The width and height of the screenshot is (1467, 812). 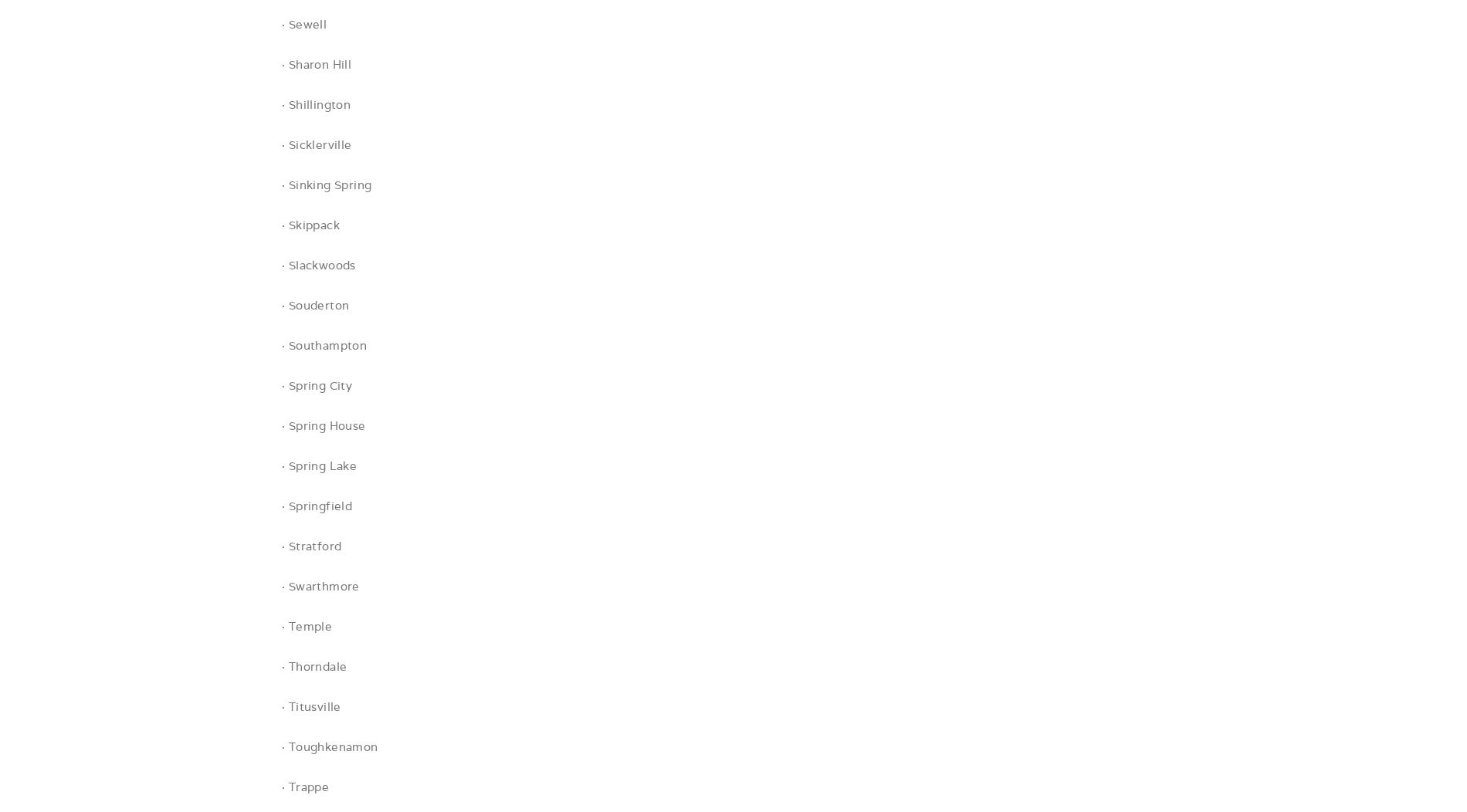 What do you see at coordinates (324, 345) in the screenshot?
I see `'· Southampton'` at bounding box center [324, 345].